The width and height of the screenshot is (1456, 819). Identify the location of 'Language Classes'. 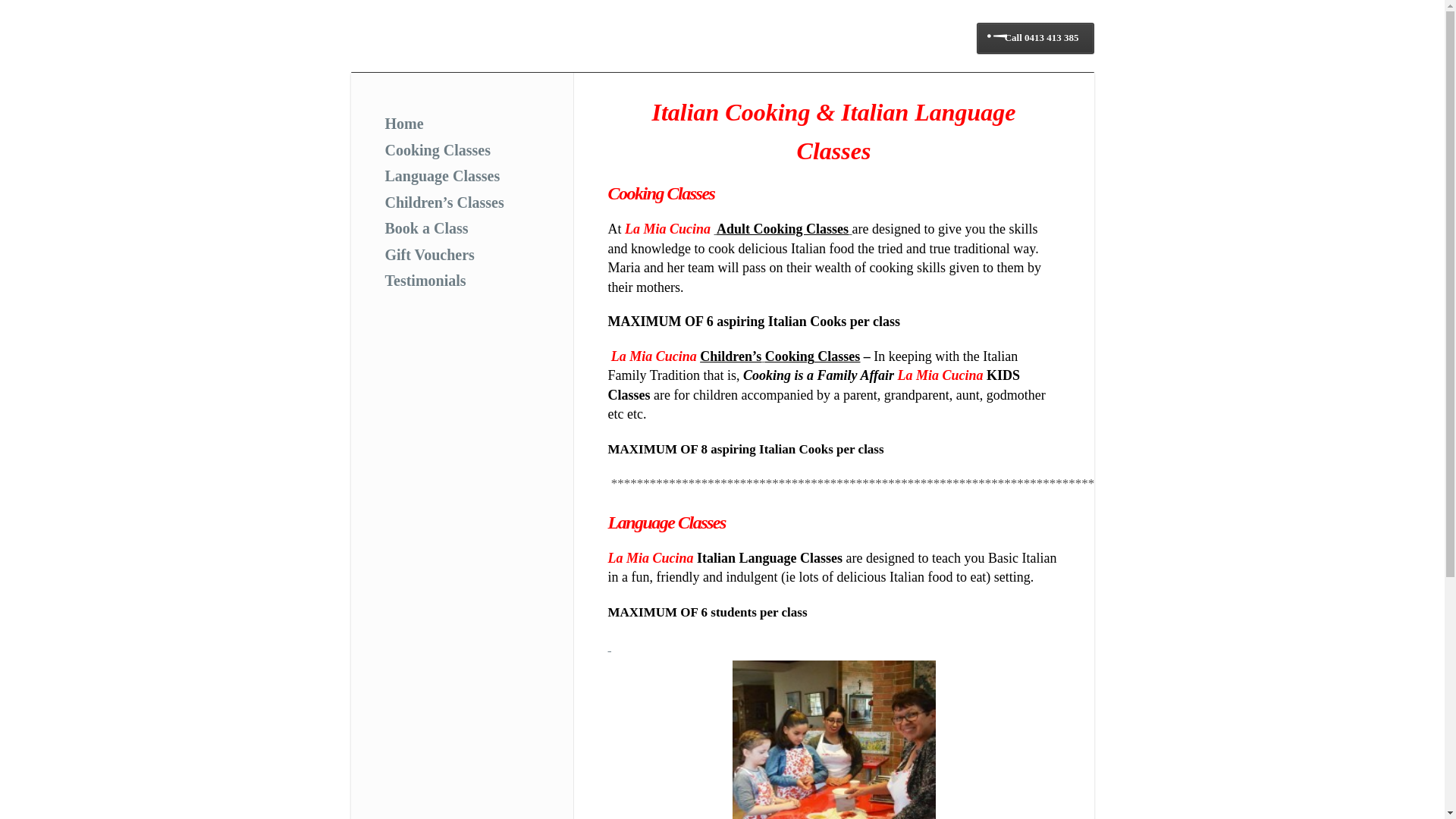
(385, 174).